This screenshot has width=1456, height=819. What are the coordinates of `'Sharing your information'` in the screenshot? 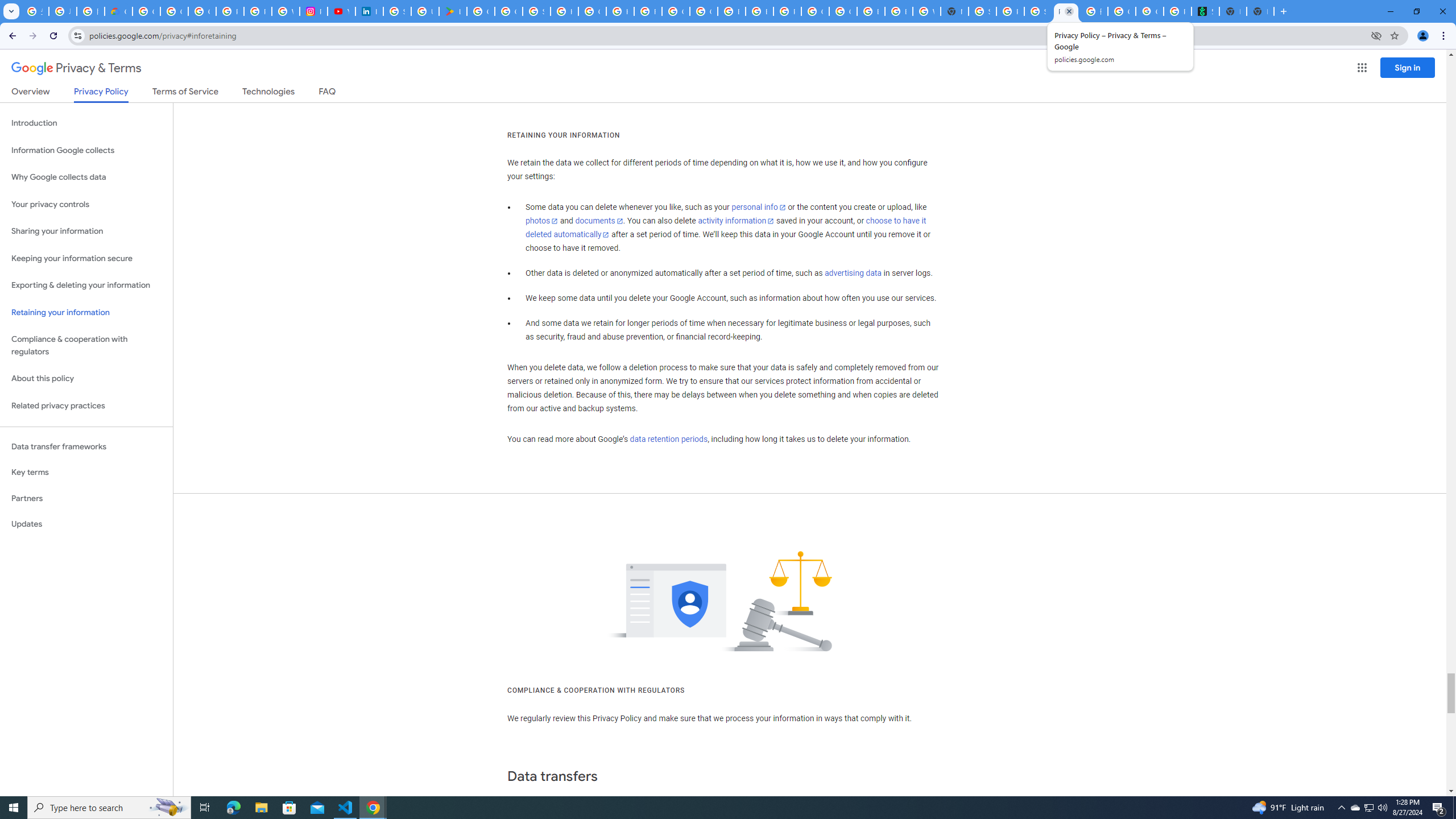 It's located at (86, 230).